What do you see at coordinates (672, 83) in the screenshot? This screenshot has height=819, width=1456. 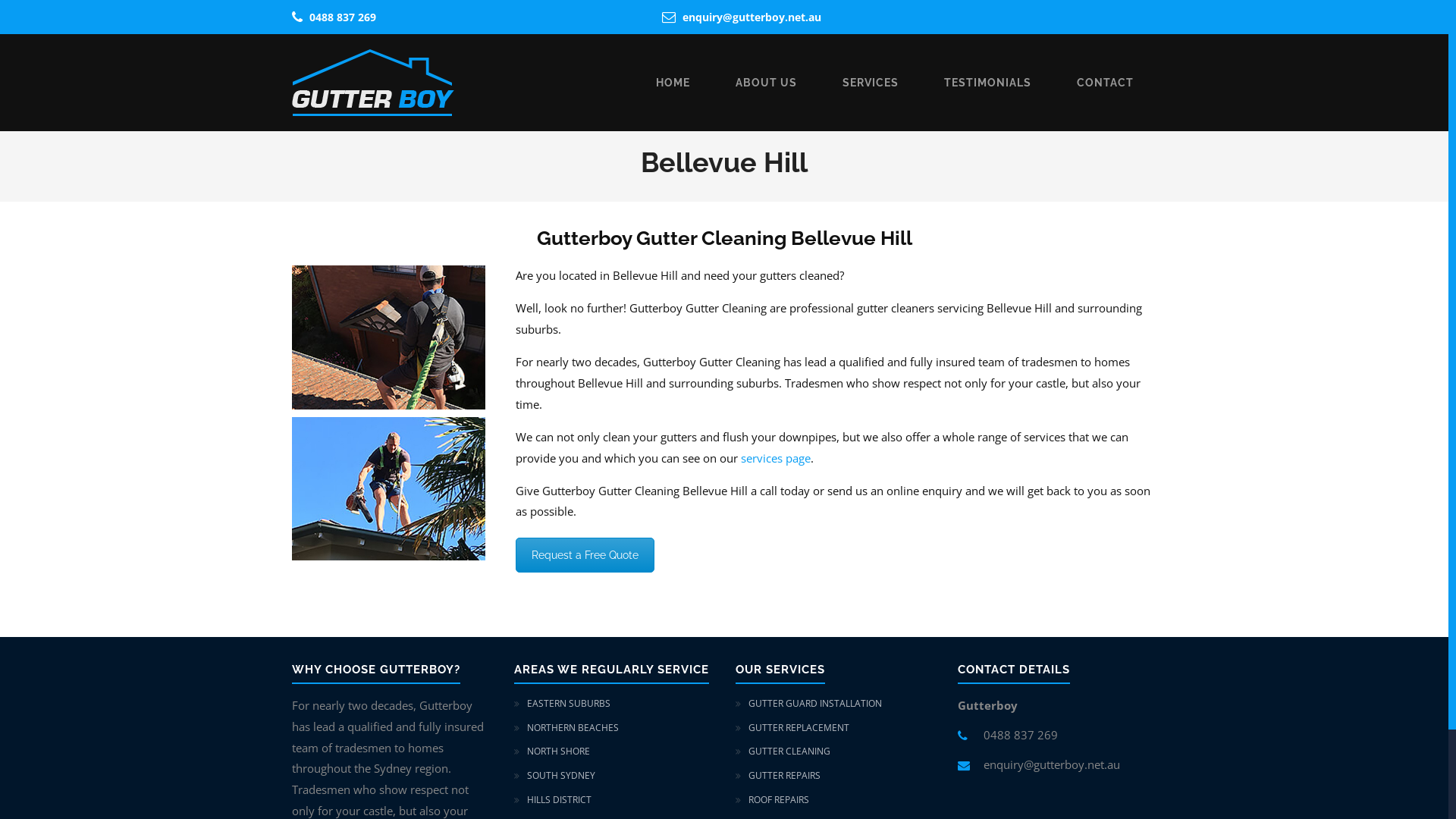 I see `'HOME'` at bounding box center [672, 83].